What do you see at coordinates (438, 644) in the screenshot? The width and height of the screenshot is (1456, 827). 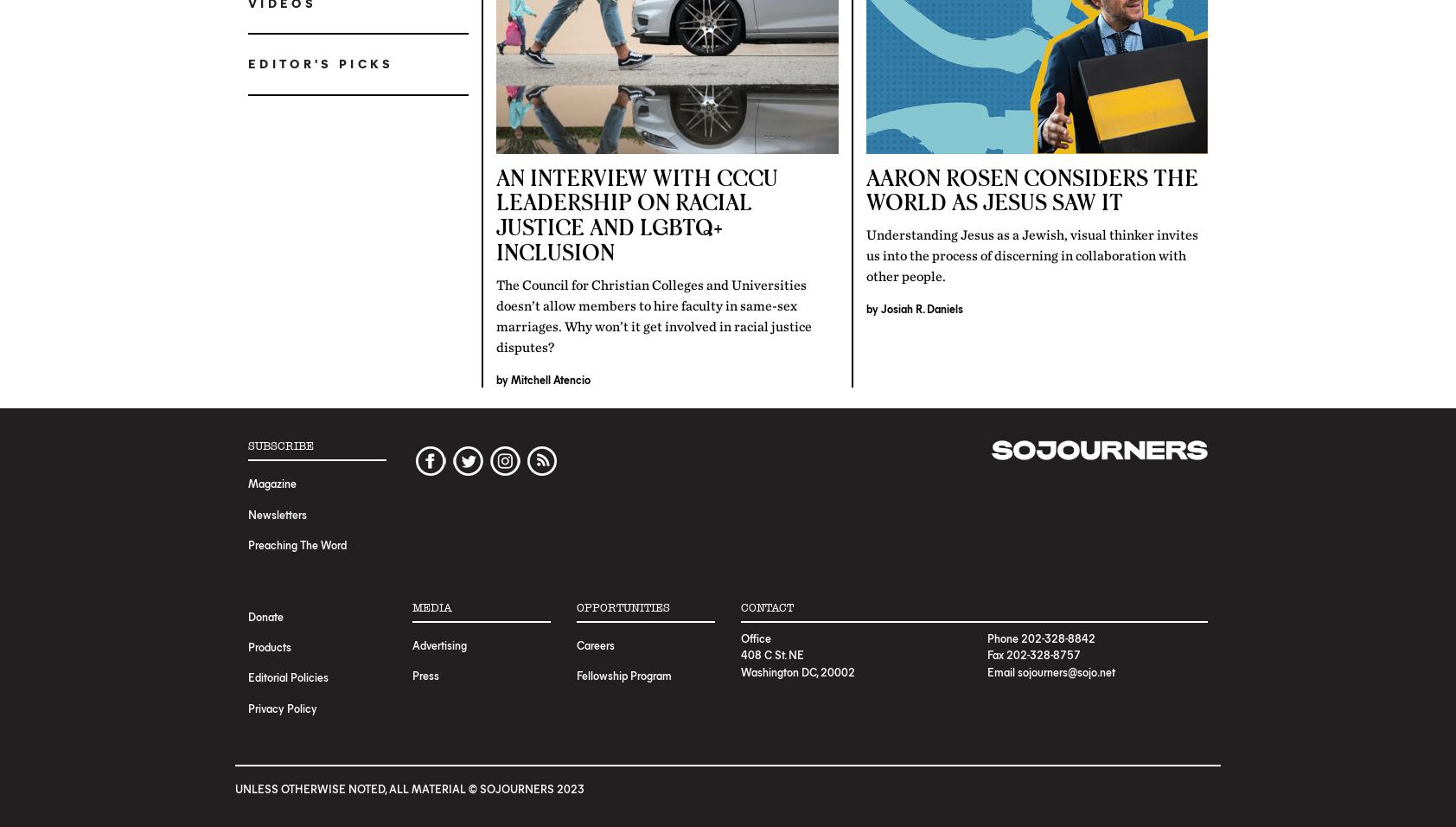 I see `'Advertising'` at bounding box center [438, 644].